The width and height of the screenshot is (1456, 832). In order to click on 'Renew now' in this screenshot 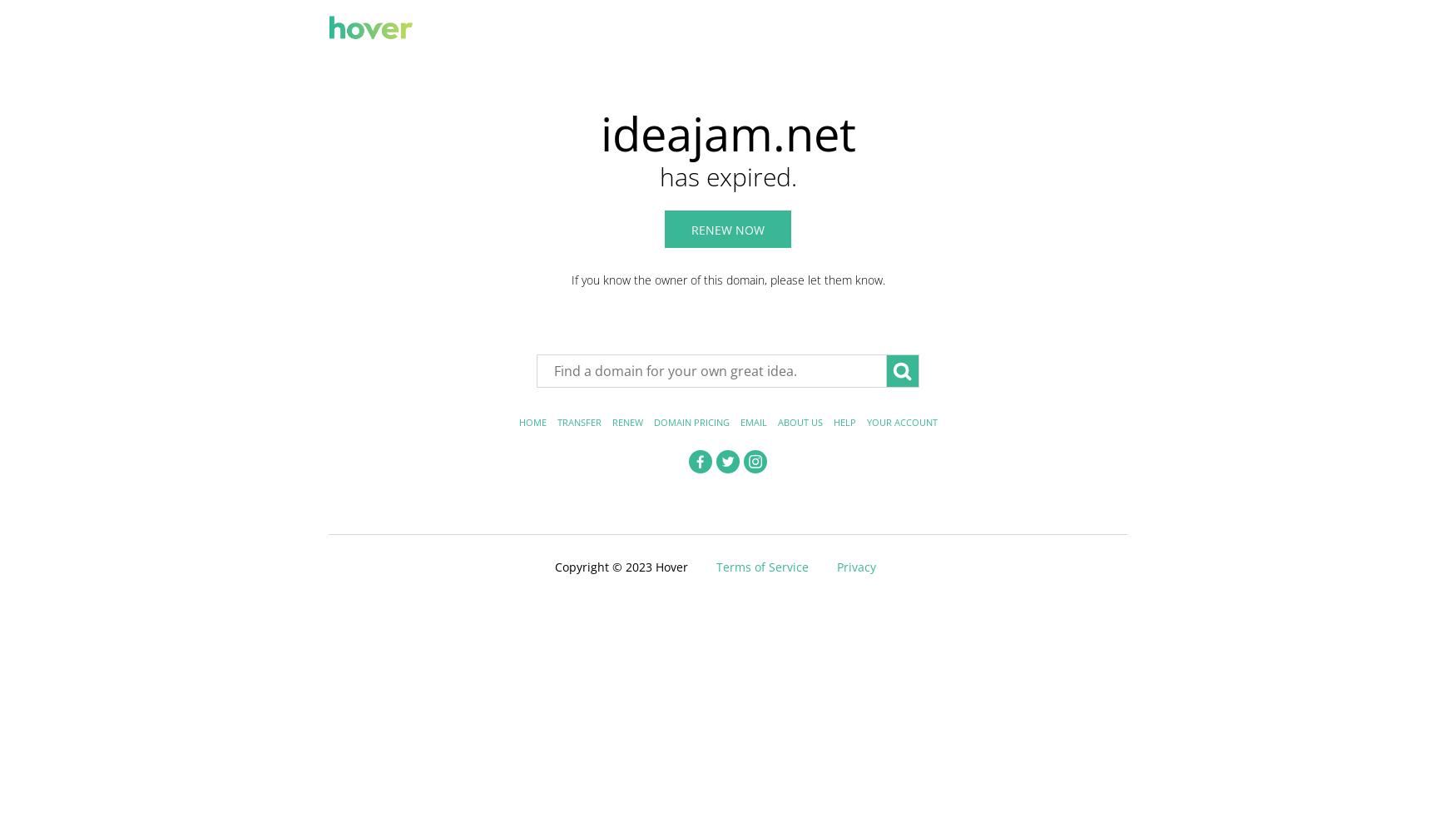, I will do `click(728, 229)`.